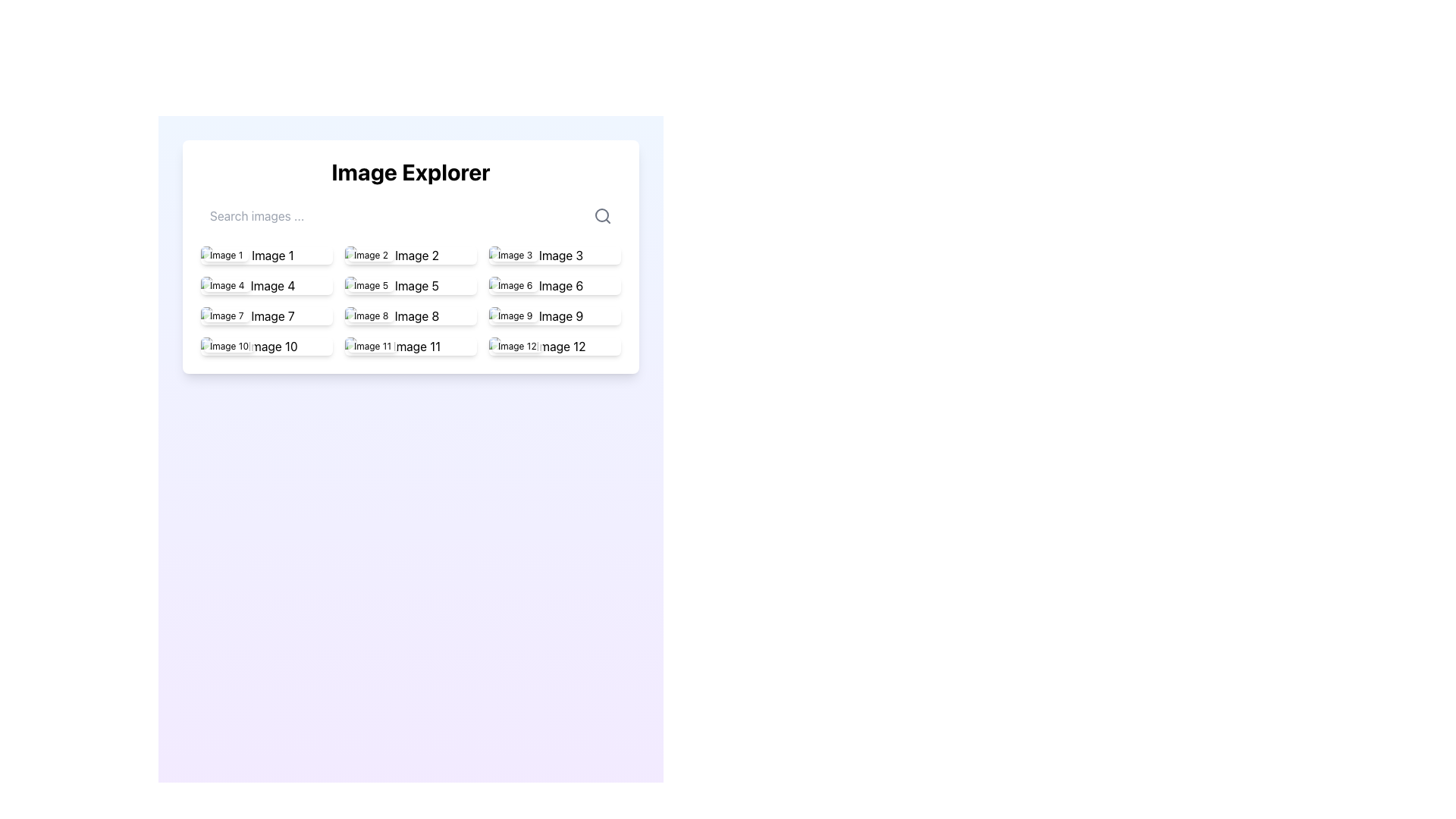  I want to click on text content of the label displaying 'Image 12' located in the bottom-left corner of the last image thumbnail in the 'Image Explorer' interface, so click(517, 346).